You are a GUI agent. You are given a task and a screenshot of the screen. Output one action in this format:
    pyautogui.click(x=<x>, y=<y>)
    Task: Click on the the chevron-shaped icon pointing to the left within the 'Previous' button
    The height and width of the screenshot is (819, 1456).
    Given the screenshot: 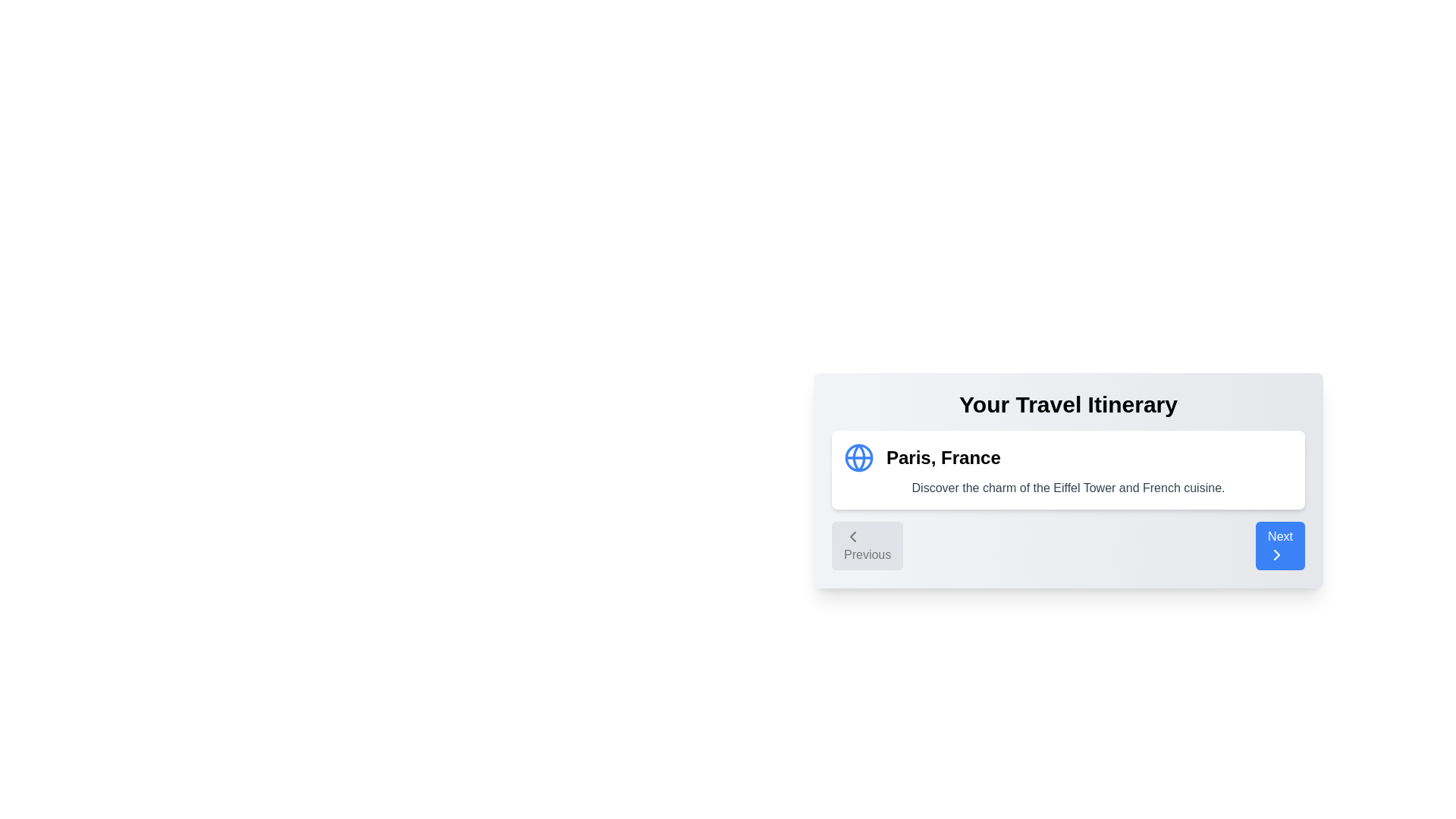 What is the action you would take?
    pyautogui.click(x=852, y=536)
    